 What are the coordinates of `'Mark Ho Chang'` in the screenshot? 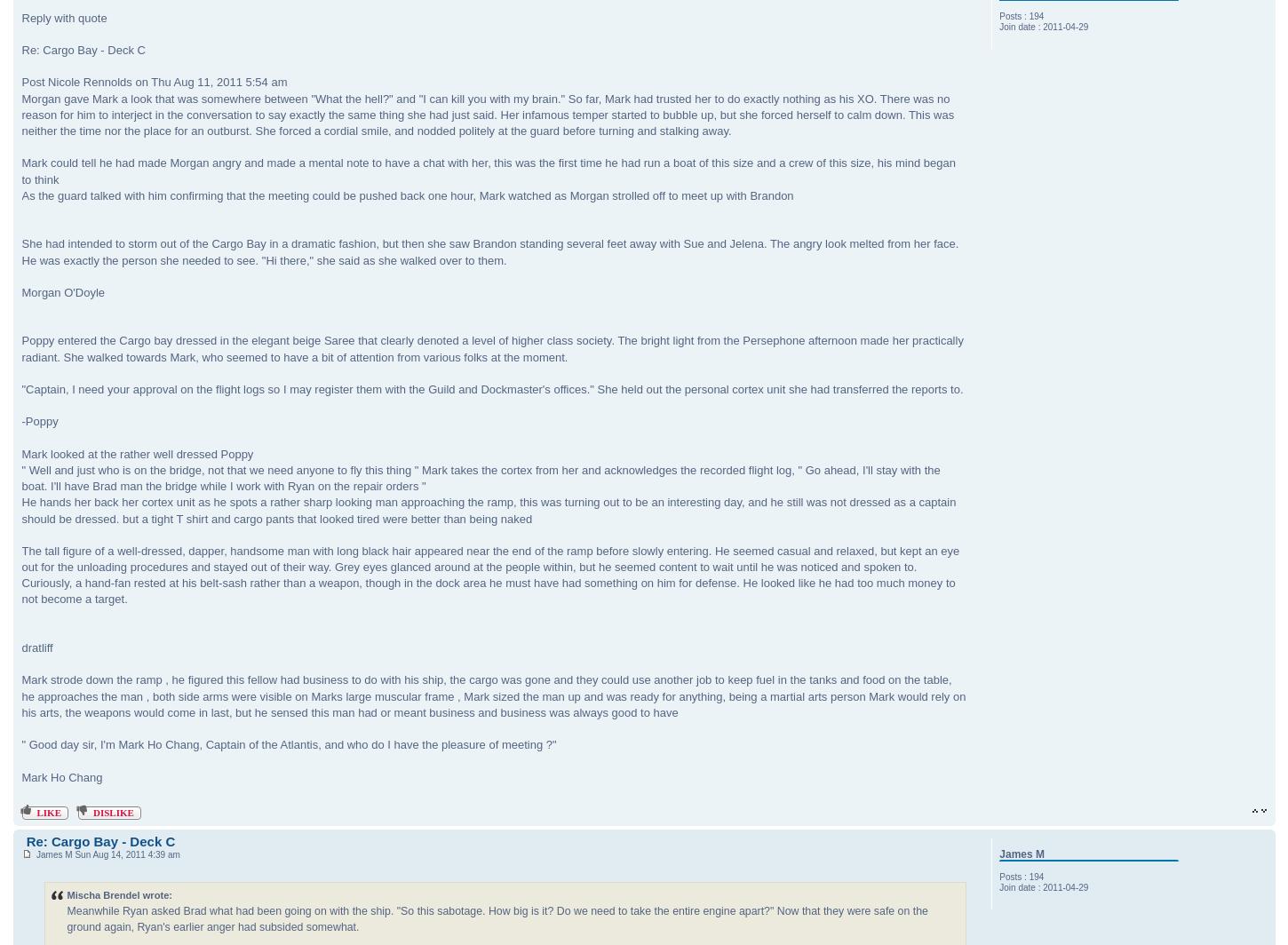 It's located at (61, 776).